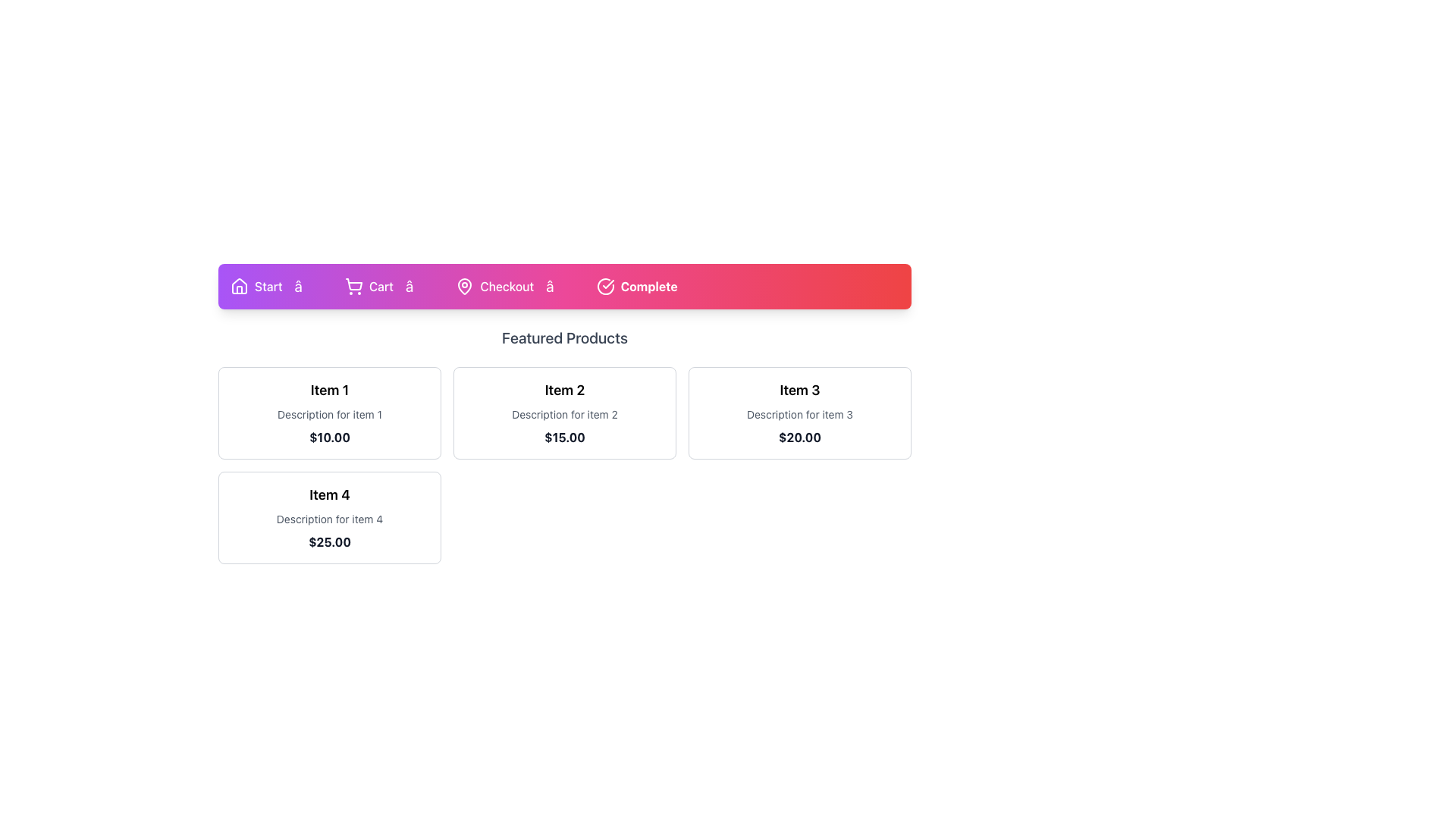 The height and width of the screenshot is (819, 1456). I want to click on the 'Cart' navigation link with the shopping cart icon, so click(369, 287).